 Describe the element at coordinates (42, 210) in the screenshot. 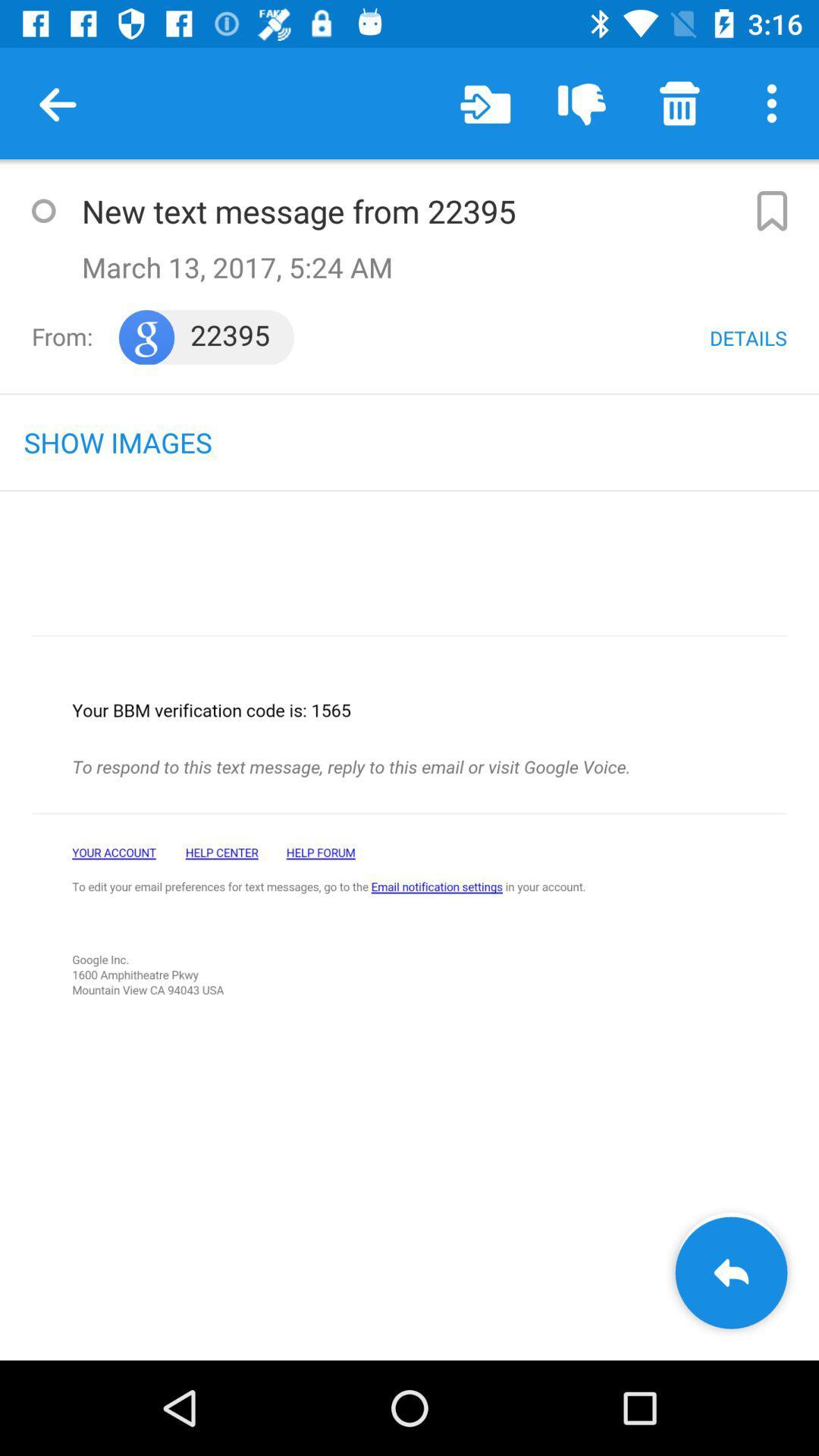

I see `tybe the meaage` at that location.